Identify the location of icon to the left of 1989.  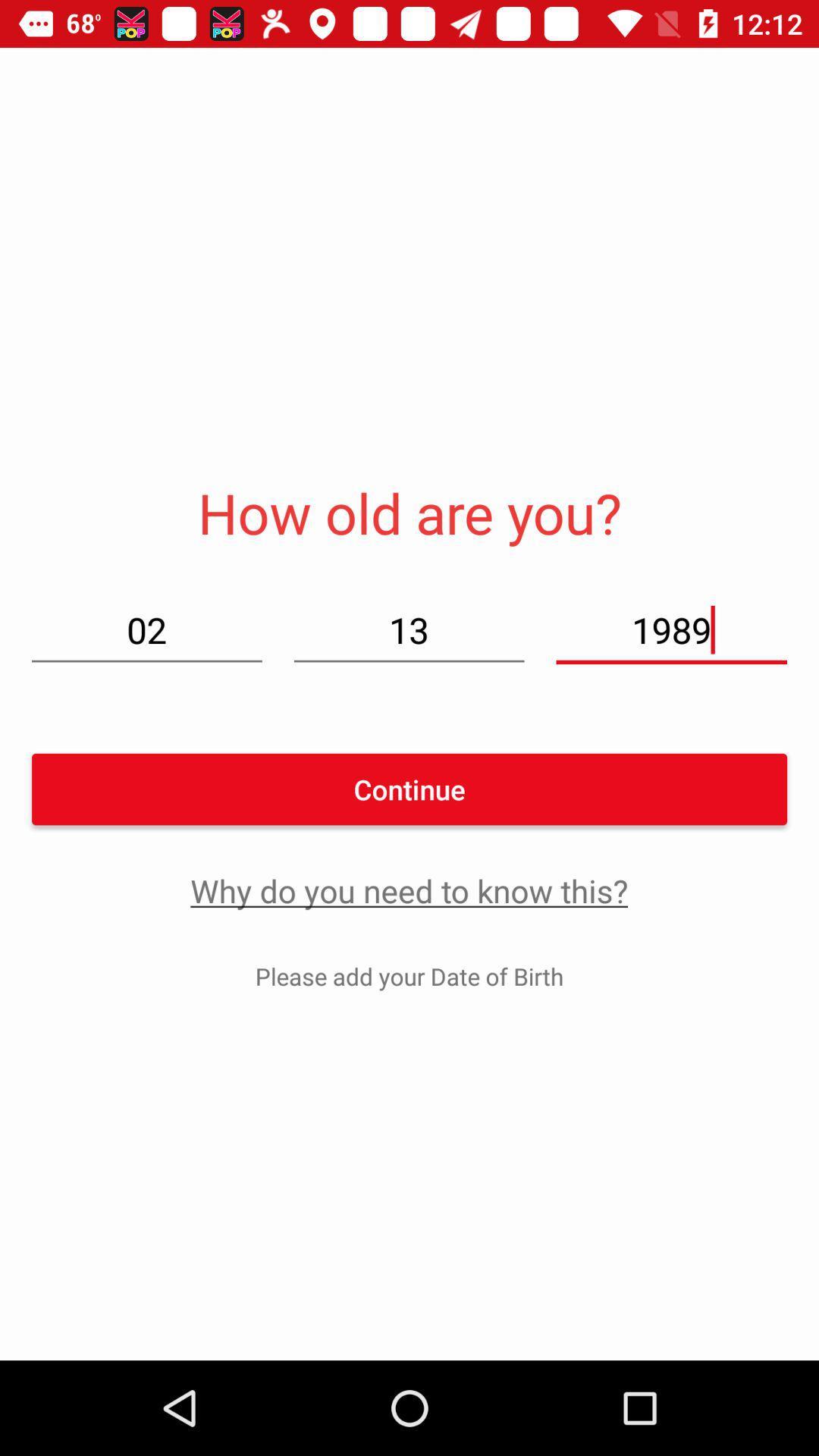
(408, 629).